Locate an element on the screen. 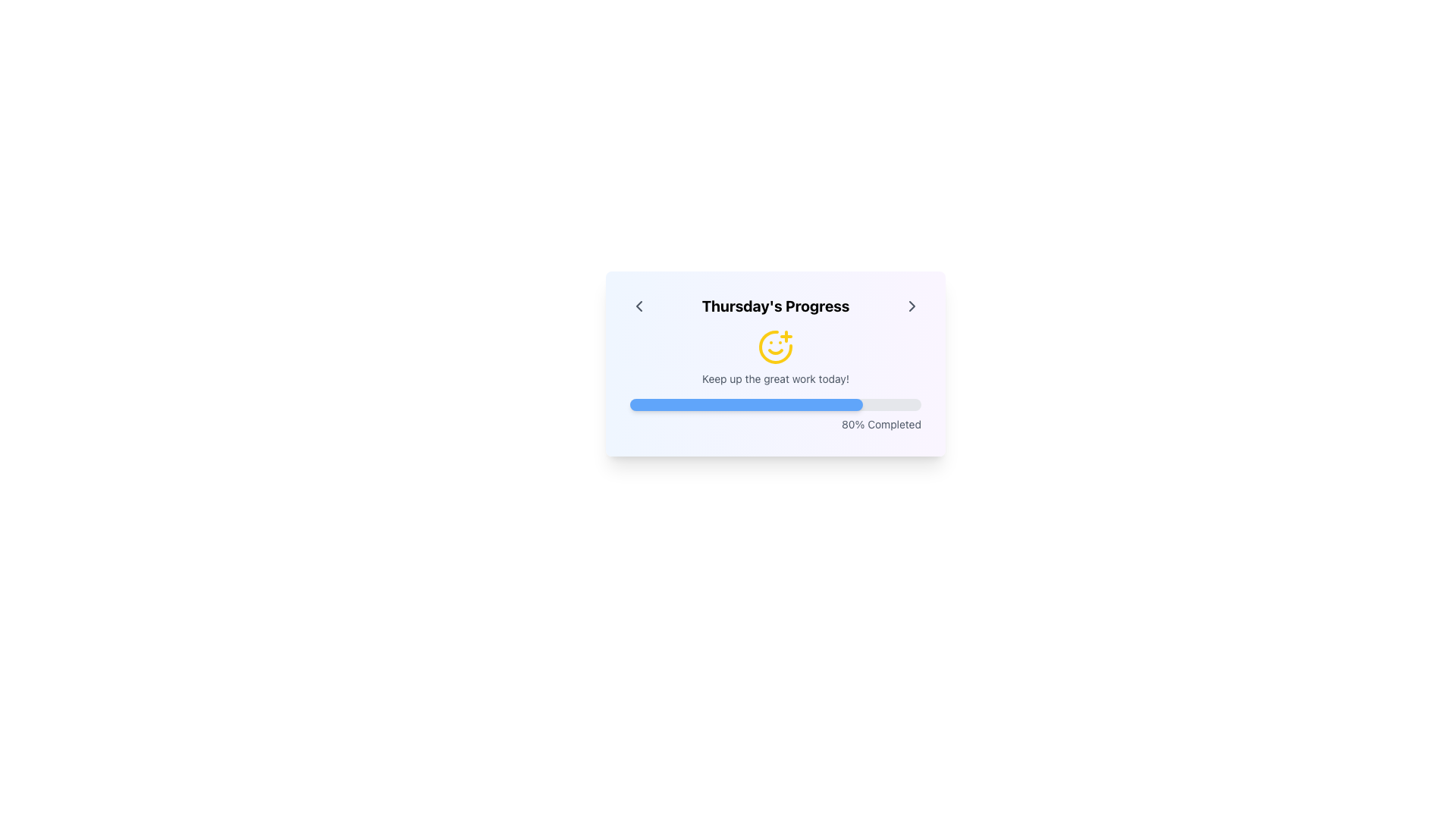 Image resolution: width=1456 pixels, height=819 pixels. the progress bar located below the text 'Keep up the great work today!' and above '80% Completed', which is visually represented by a rounded rectangular frame with a light gray background and a blue filling is located at coordinates (775, 403).